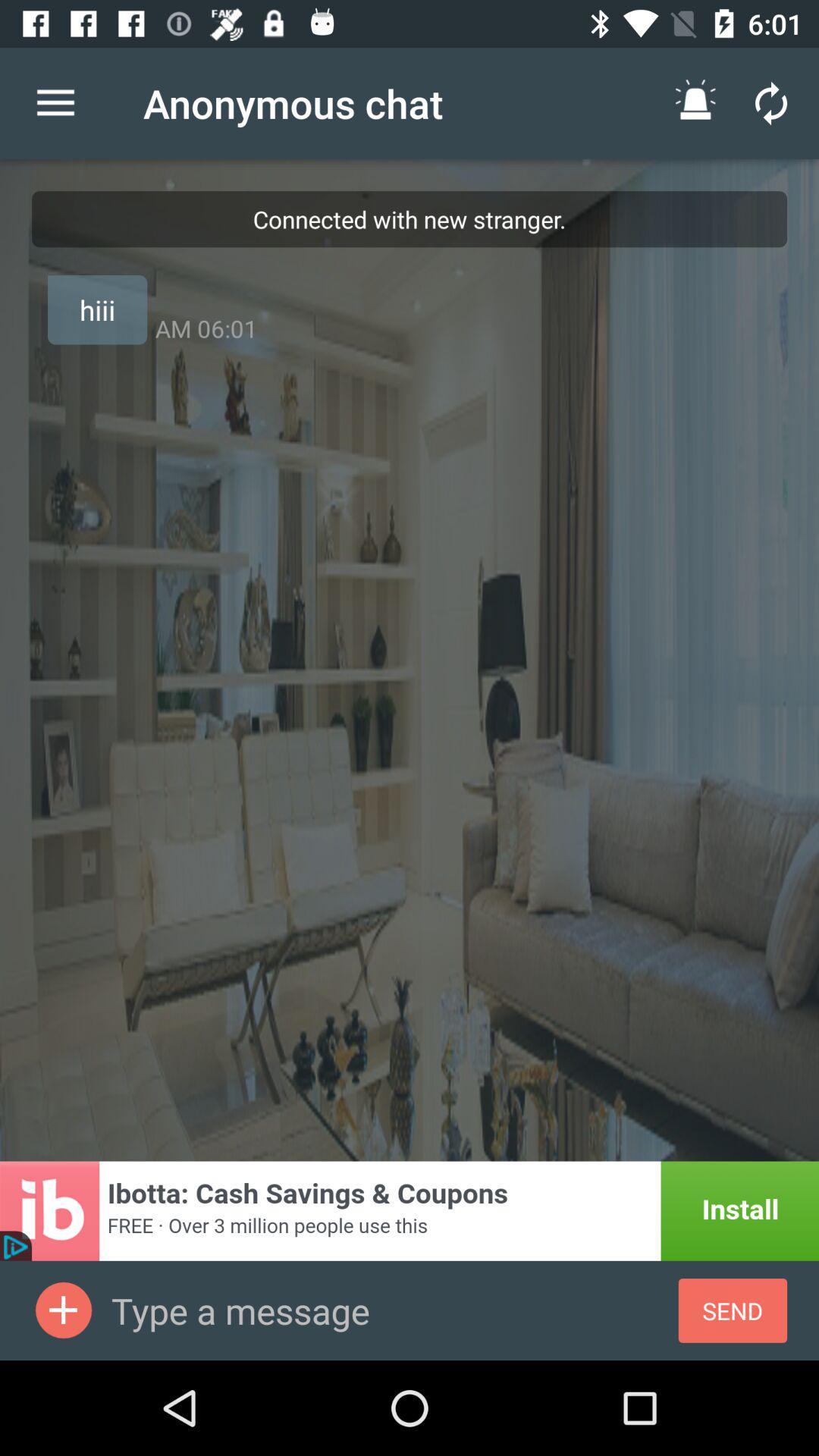 The image size is (819, 1456). What do you see at coordinates (63, 1310) in the screenshot?
I see `content` at bounding box center [63, 1310].